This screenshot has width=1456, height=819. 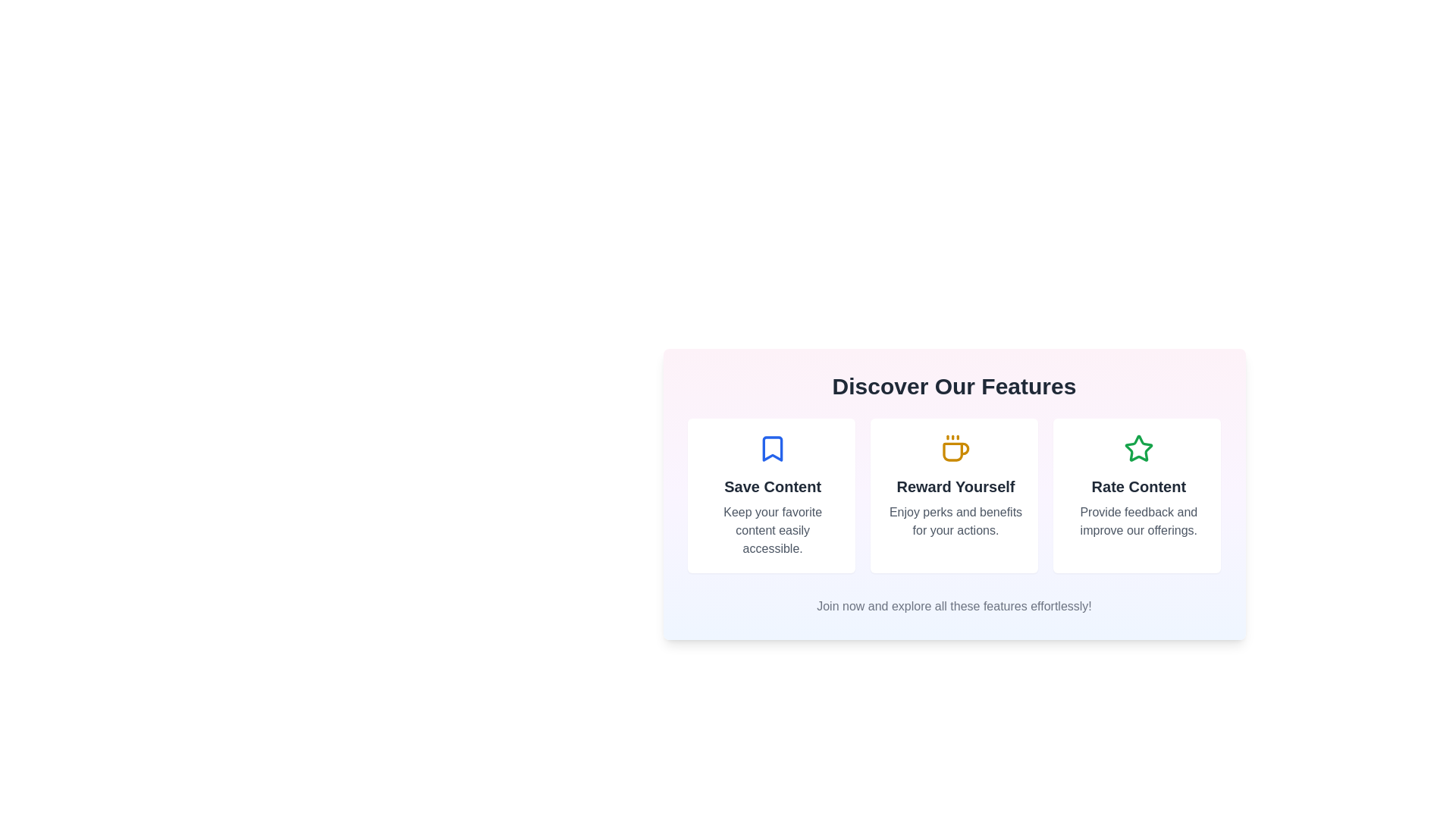 I want to click on text from the interactive card that serves as a hyperlink to a feature related to saving content, positioned at the leftmost side of the grid, so click(x=771, y=496).